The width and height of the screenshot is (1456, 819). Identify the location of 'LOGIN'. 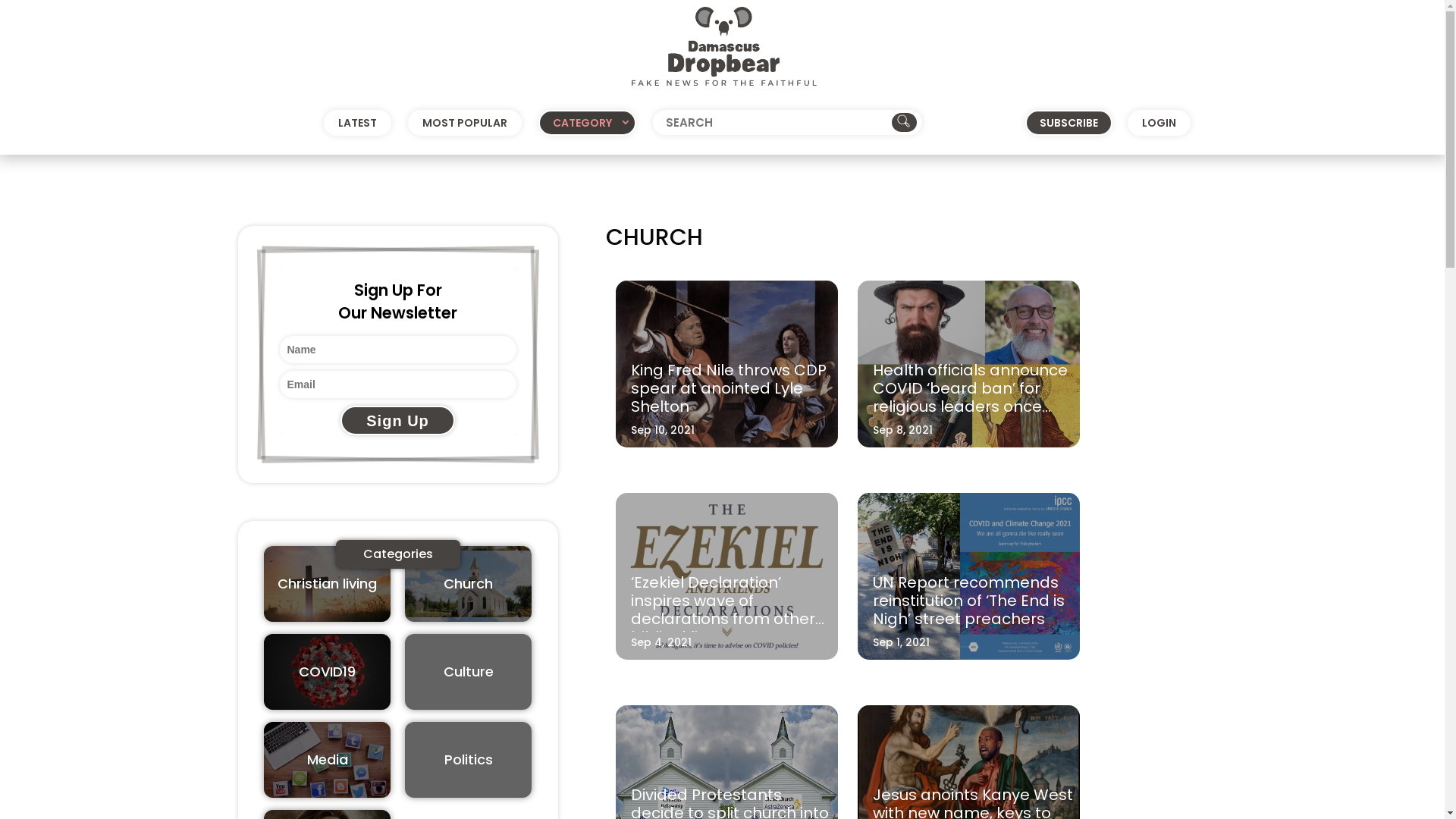
(1157, 122).